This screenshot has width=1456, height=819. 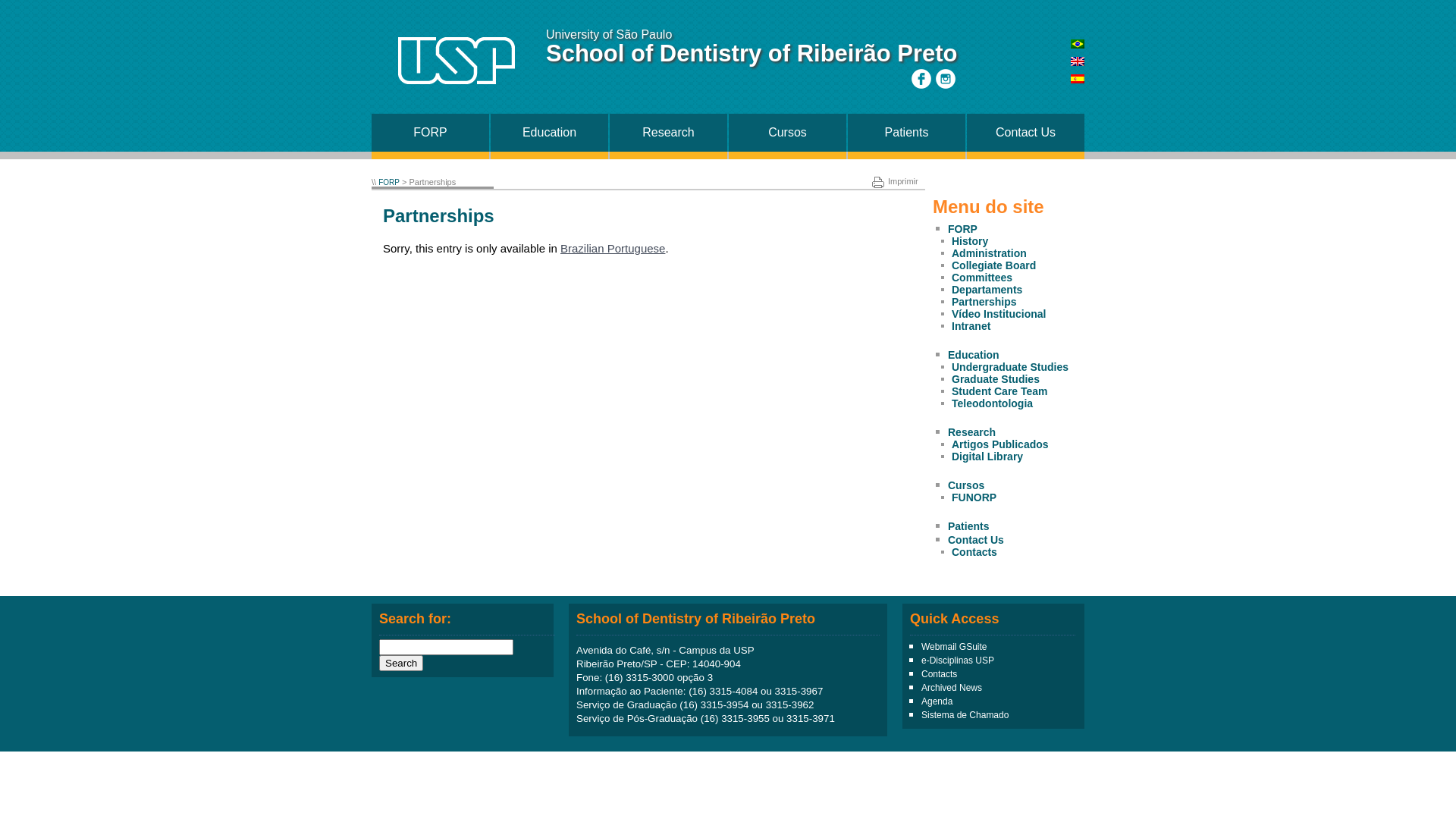 What do you see at coordinates (1010, 366) in the screenshot?
I see `'Undergraduate Studies'` at bounding box center [1010, 366].